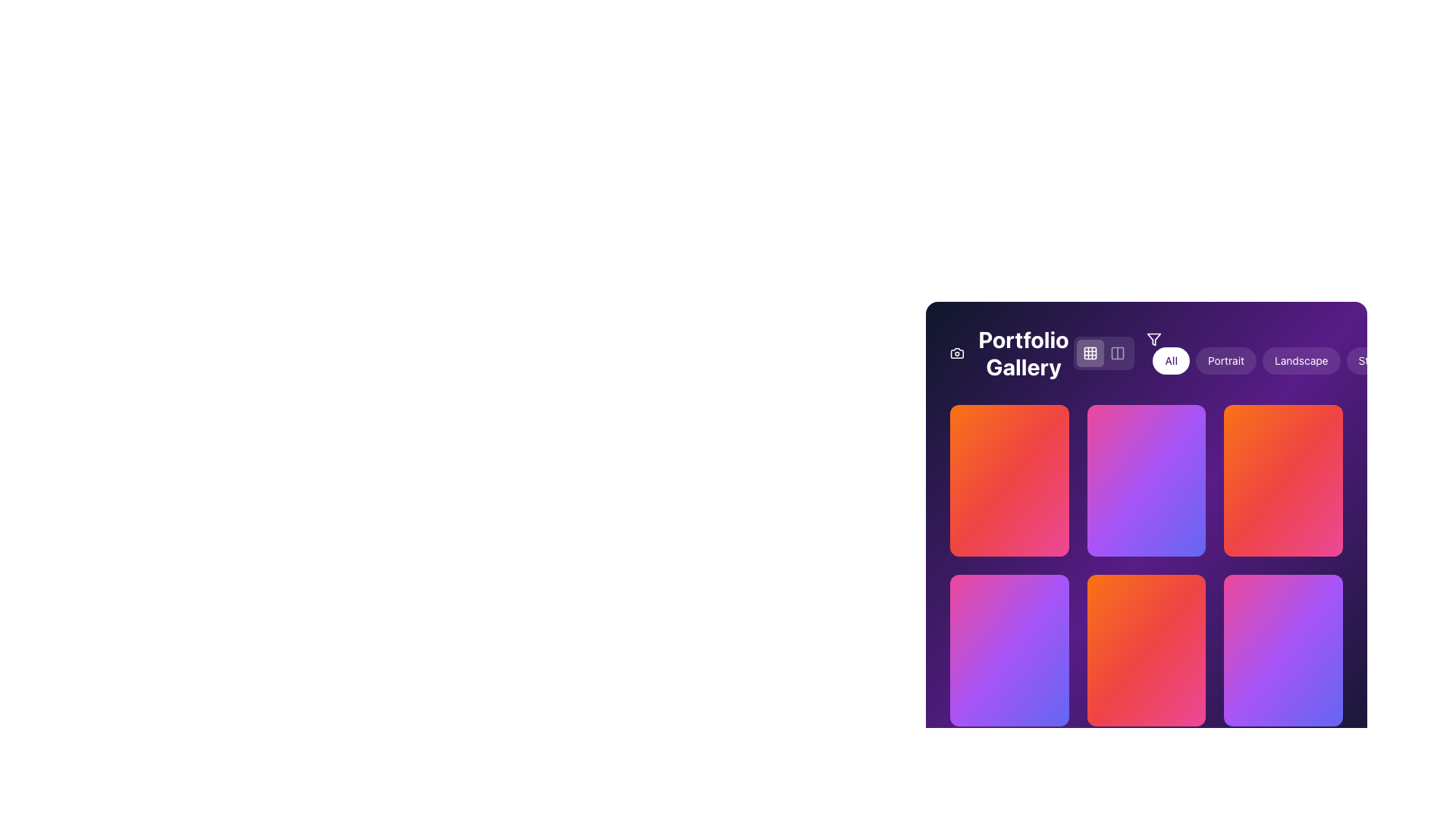 The image size is (1456, 819). I want to click on the graphical icon component, which is a small rectangle with rounded corners representing a grid layout, located at the center of a 3x3 grid icon adjacent to the 'Portfolio Gallery' text header, so click(1090, 353).